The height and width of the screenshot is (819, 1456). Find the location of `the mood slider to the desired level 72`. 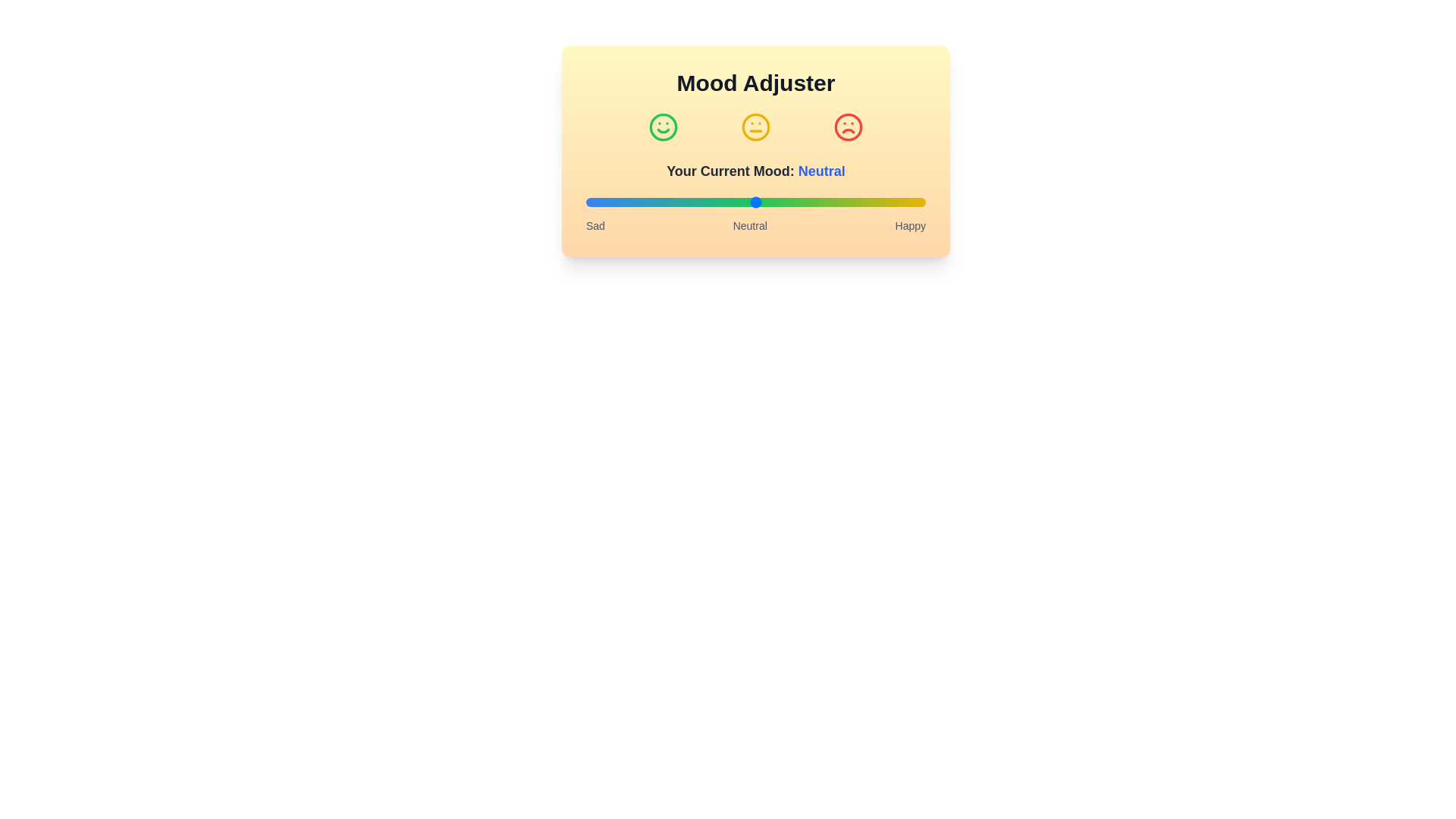

the mood slider to the desired level 72 is located at coordinates (830, 201).